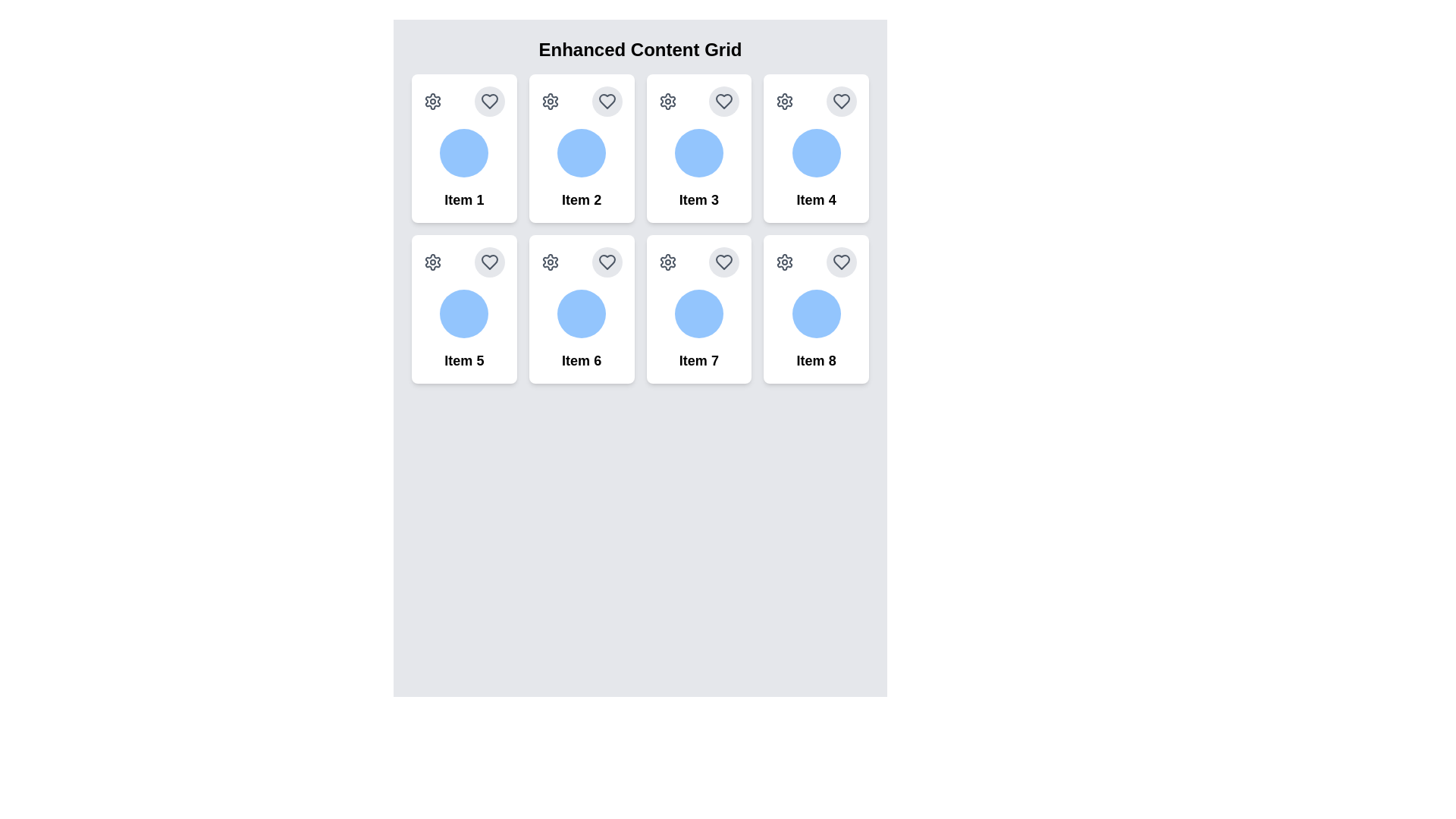 The height and width of the screenshot is (819, 1456). I want to click on the heart-shaped icon with gray borders located at the top-right corner of Item 2's card, so click(607, 102).